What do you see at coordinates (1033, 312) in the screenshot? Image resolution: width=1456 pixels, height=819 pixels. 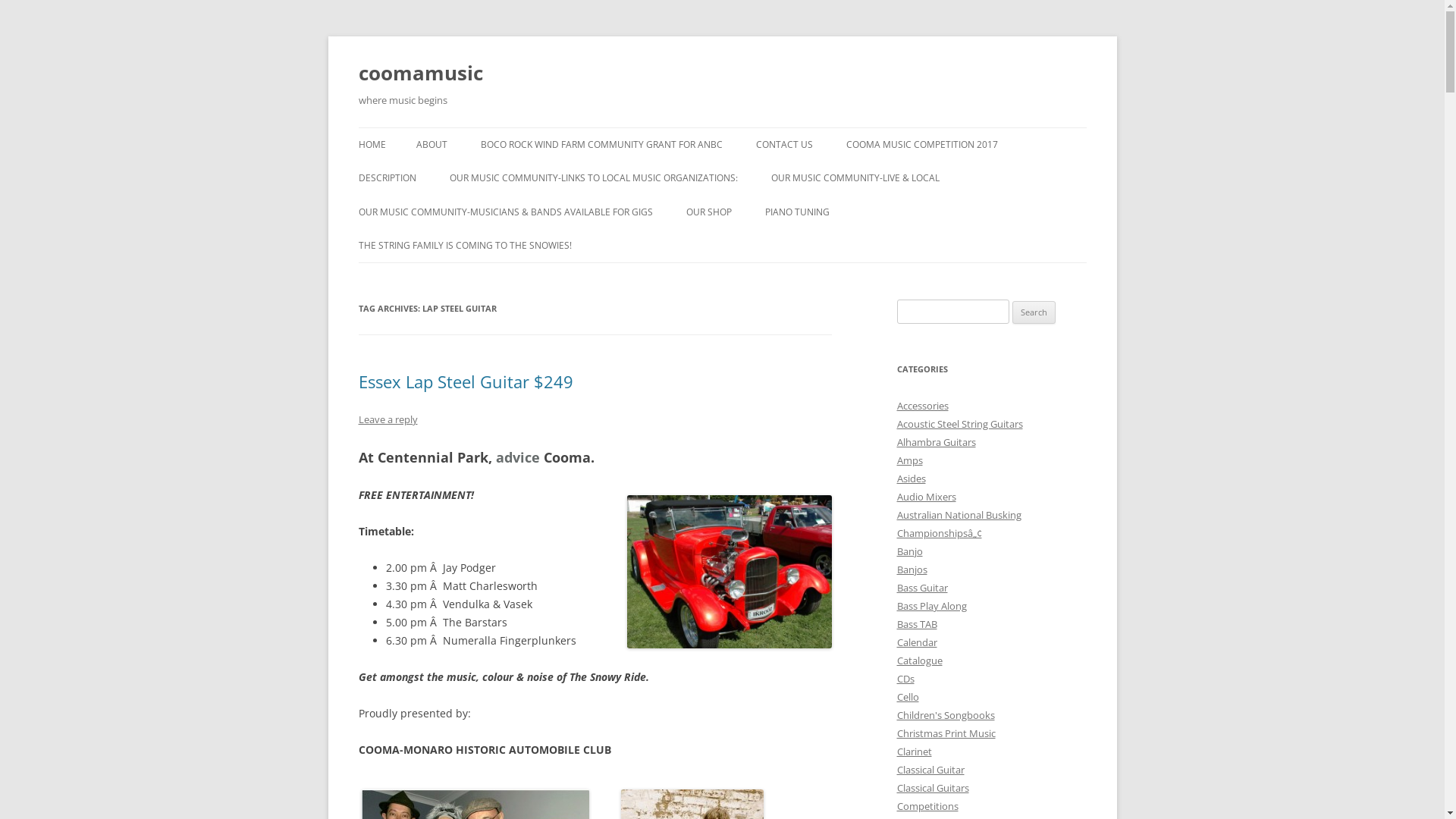 I see `'Search'` at bounding box center [1033, 312].